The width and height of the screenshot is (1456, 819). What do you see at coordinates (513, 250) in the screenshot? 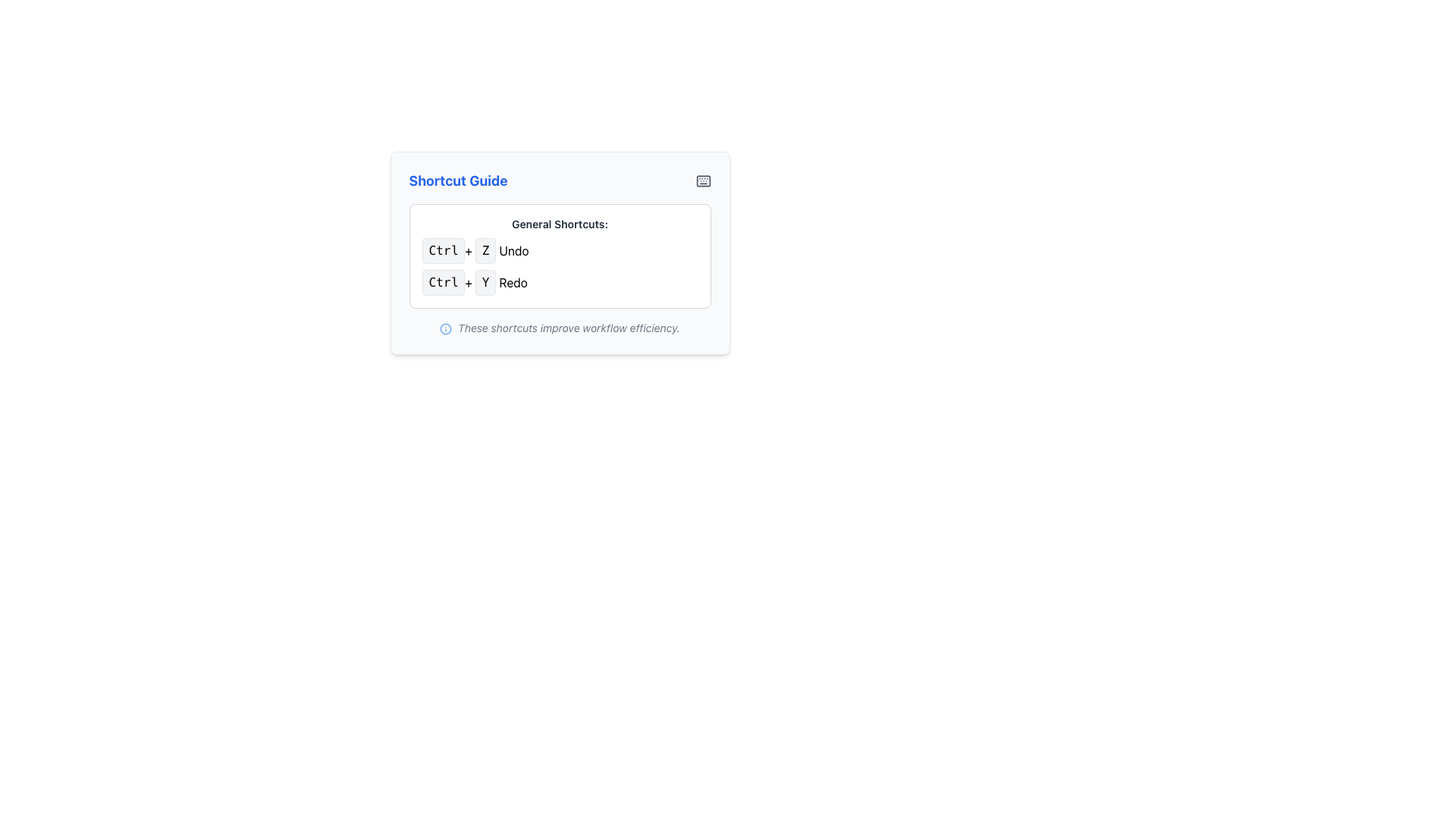
I see `the label displaying the text 'Undo', which is located to the right of the Ctrl and Z shortcut keys under the title 'General Shortcuts:'` at bounding box center [513, 250].